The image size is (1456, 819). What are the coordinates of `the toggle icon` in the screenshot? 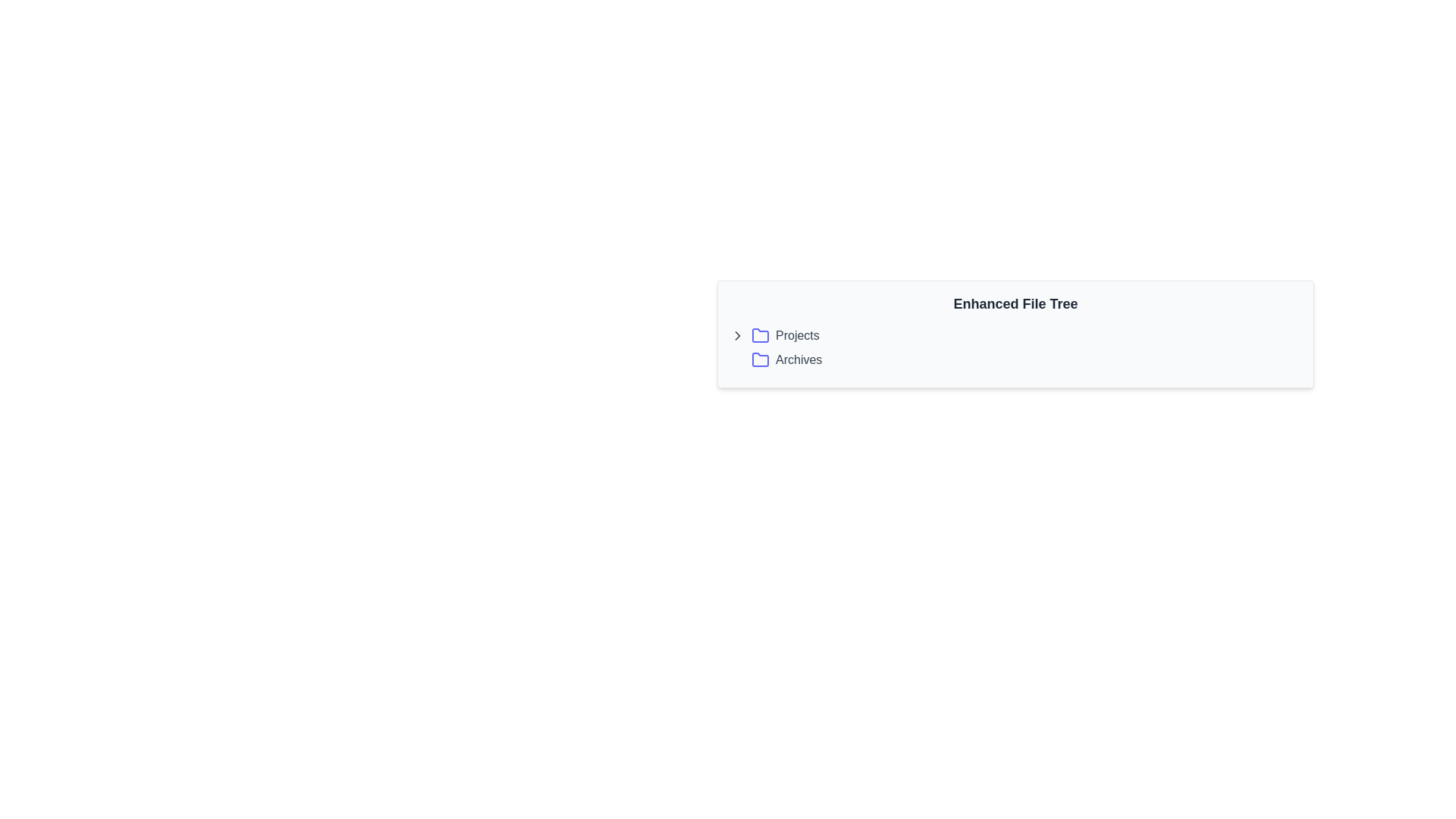 It's located at (738, 335).